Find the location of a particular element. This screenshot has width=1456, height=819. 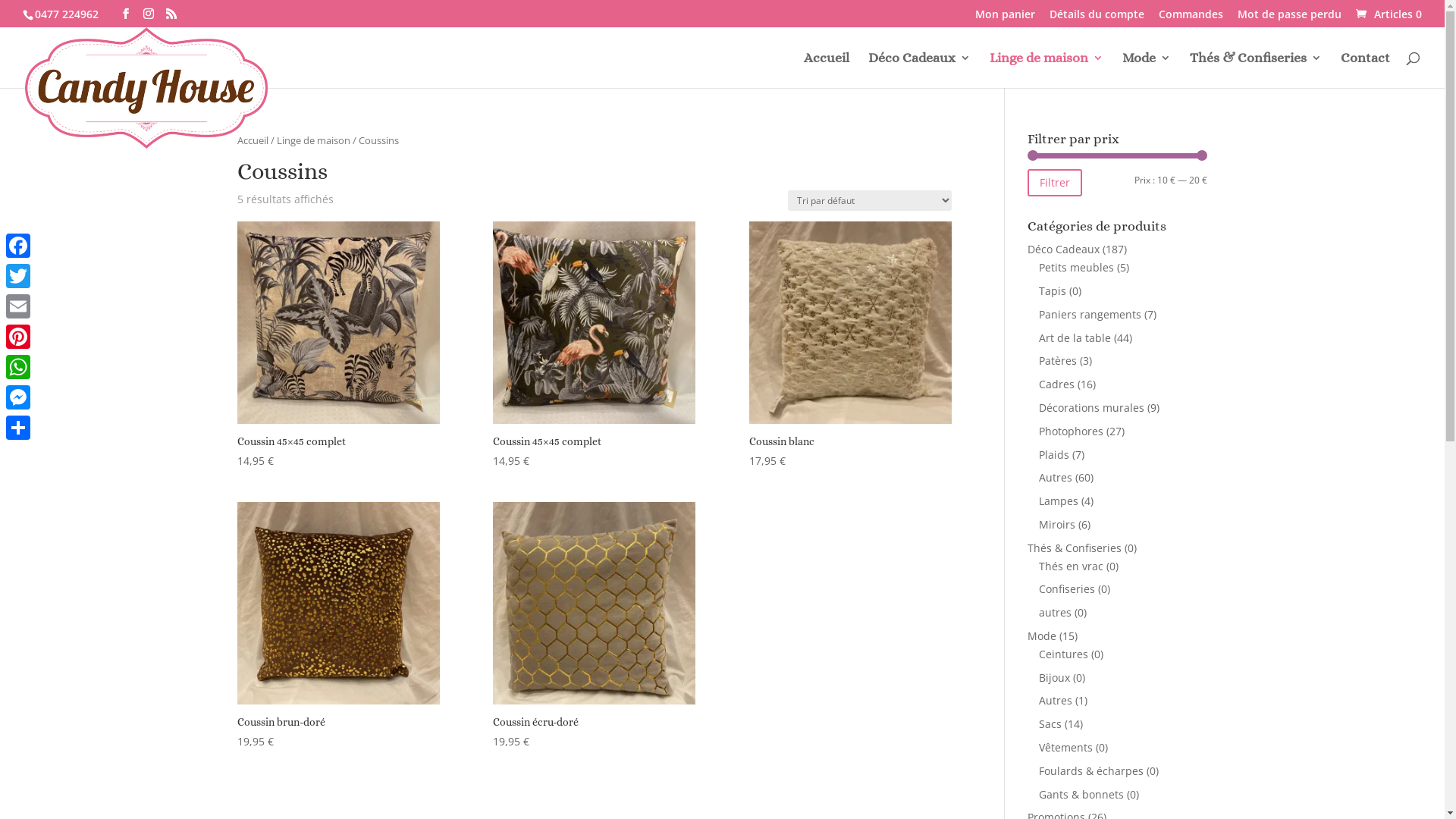

'Plaids' is located at coordinates (1037, 453).